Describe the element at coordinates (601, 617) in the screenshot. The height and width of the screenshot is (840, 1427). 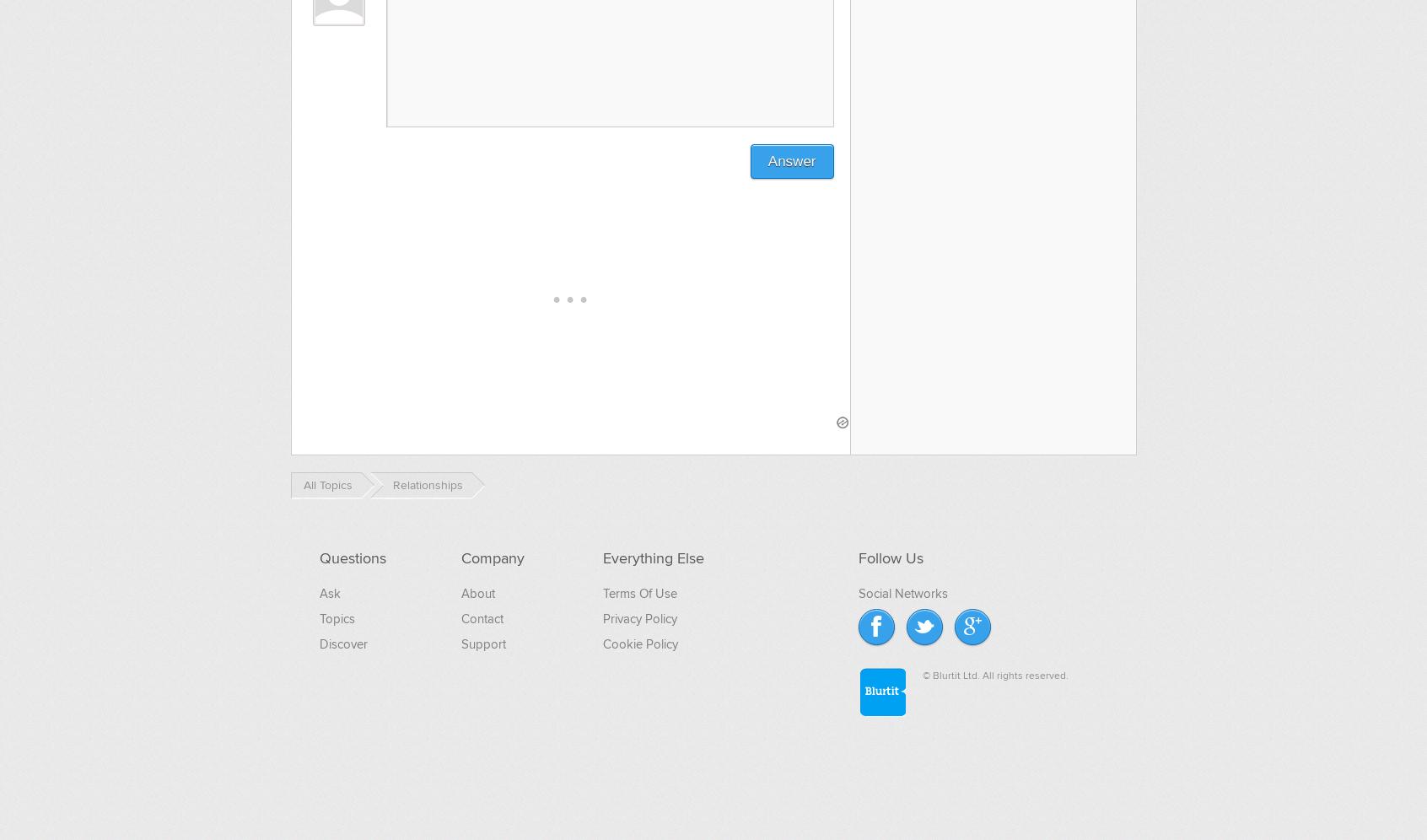
I see `'Privacy Policy'` at that location.